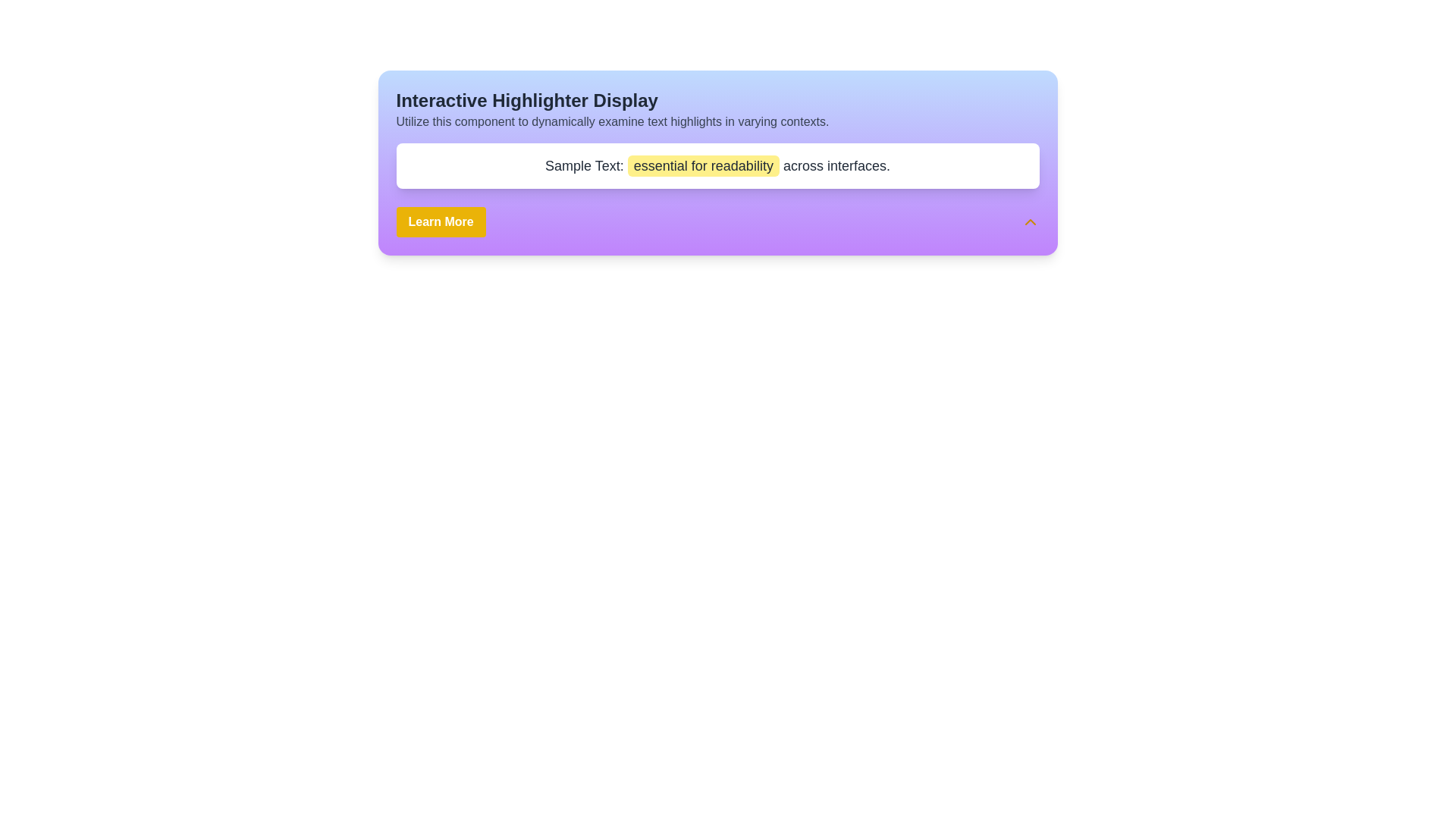  What do you see at coordinates (440, 222) in the screenshot?
I see `the vibrant yellow 'Learn More' button with bold white text located at the bottom left of the interface` at bounding box center [440, 222].